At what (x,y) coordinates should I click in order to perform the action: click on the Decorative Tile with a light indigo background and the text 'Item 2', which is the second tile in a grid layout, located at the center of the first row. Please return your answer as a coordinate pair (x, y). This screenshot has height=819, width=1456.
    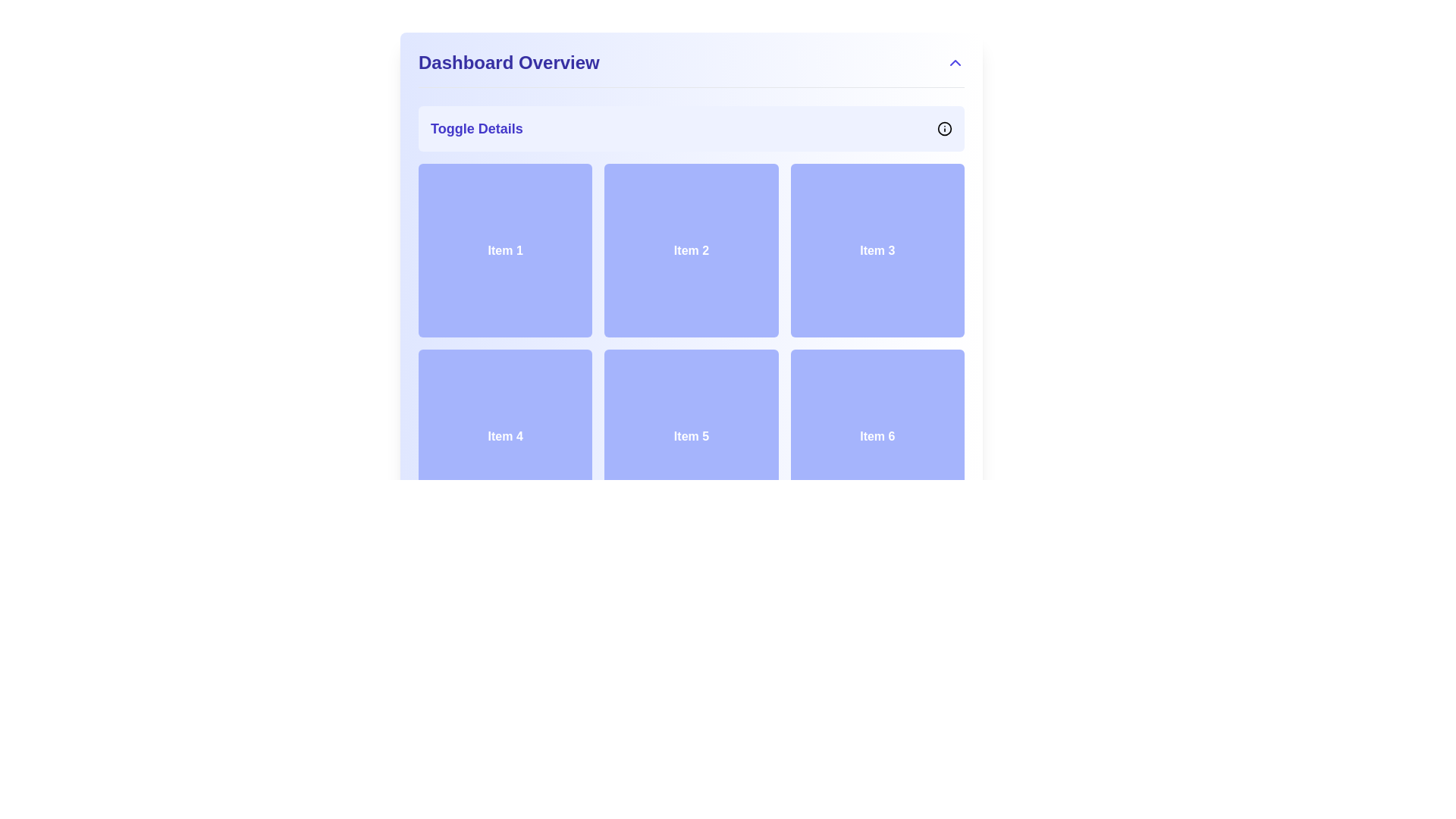
    Looking at the image, I should click on (691, 249).